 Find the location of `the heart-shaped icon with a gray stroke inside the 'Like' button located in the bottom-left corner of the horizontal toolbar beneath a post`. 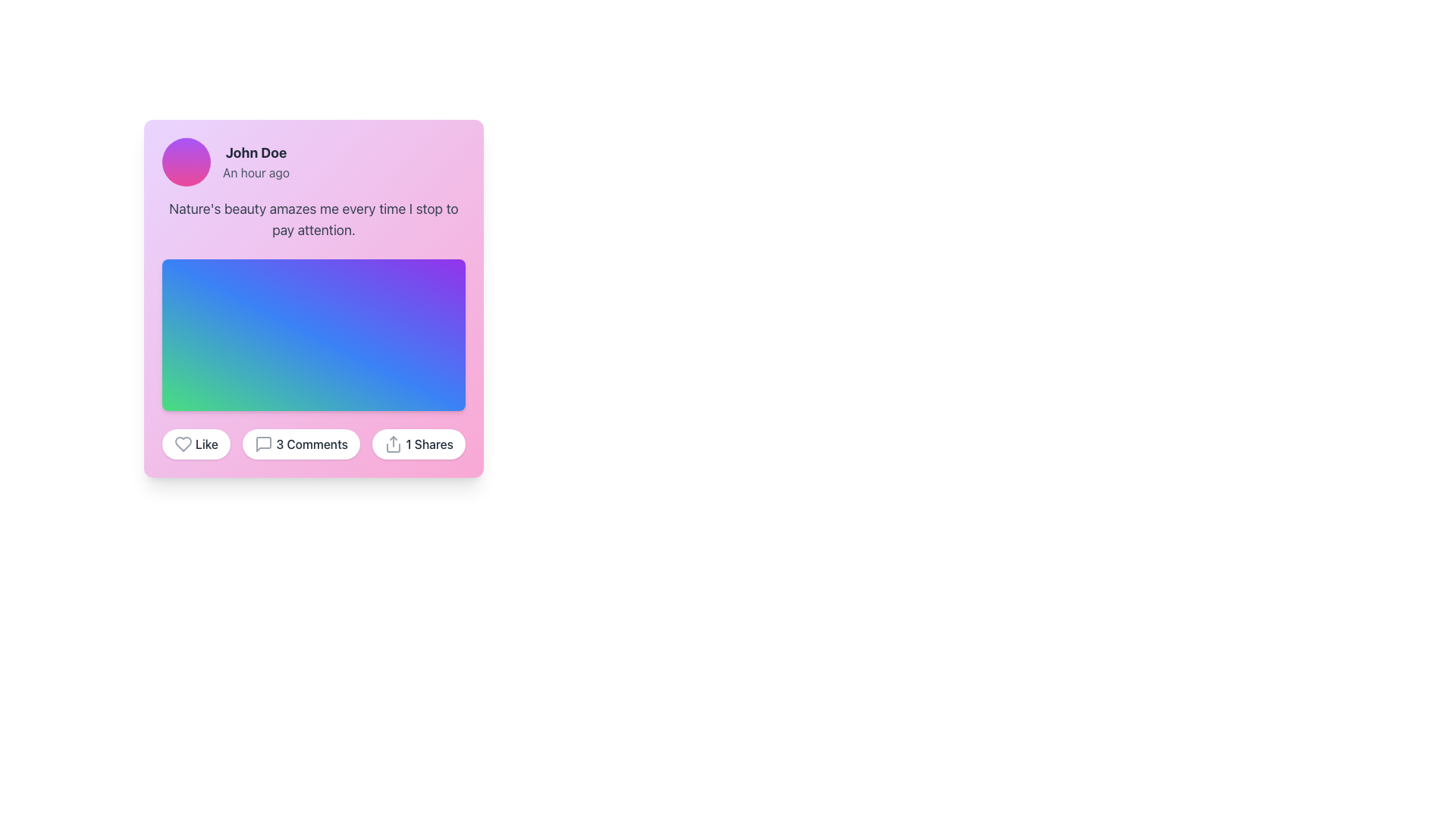

the heart-shaped icon with a gray stroke inside the 'Like' button located in the bottom-left corner of the horizontal toolbar beneath a post is located at coordinates (182, 444).